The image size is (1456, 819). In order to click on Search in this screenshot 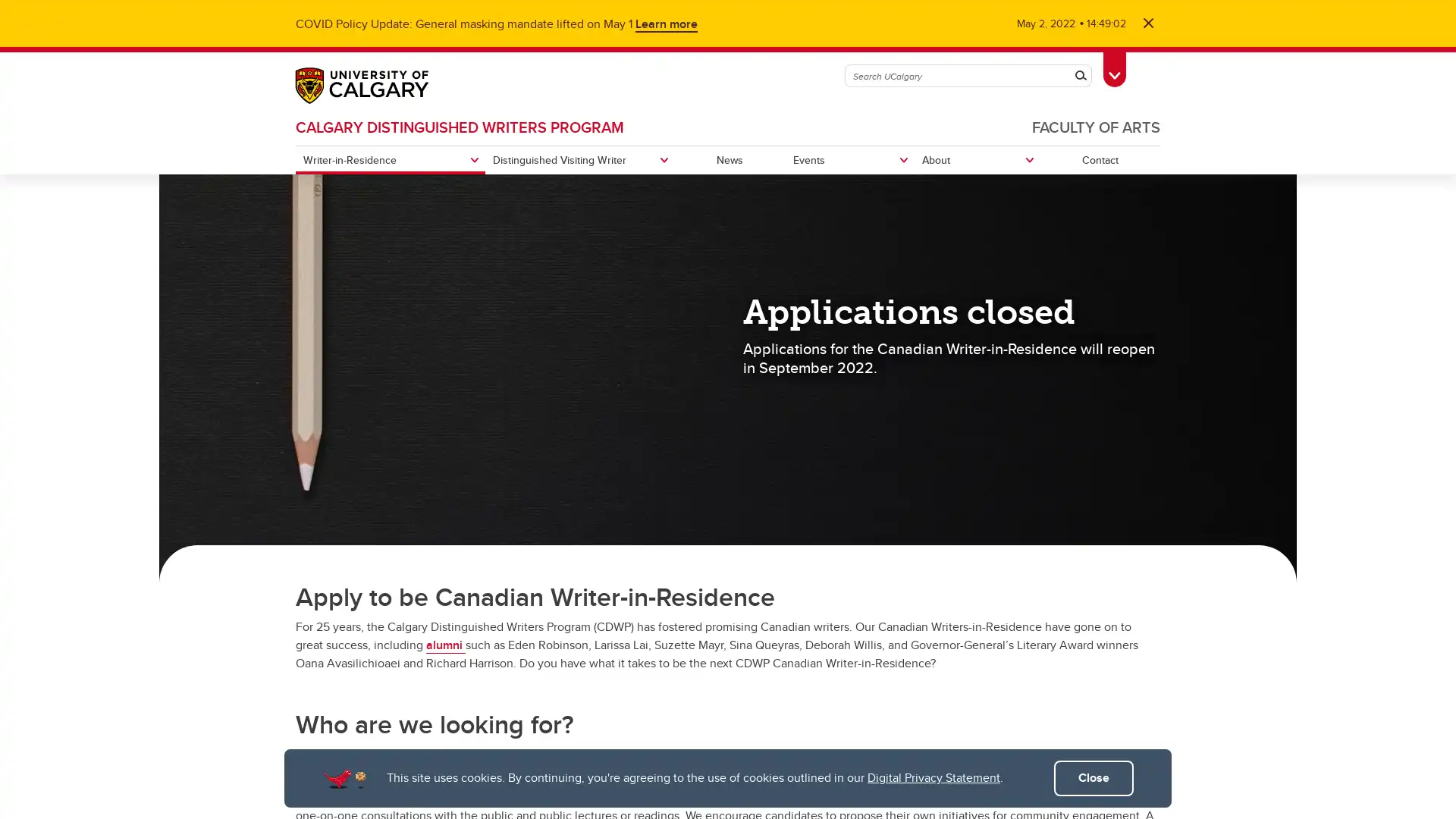, I will do `click(1080, 76)`.